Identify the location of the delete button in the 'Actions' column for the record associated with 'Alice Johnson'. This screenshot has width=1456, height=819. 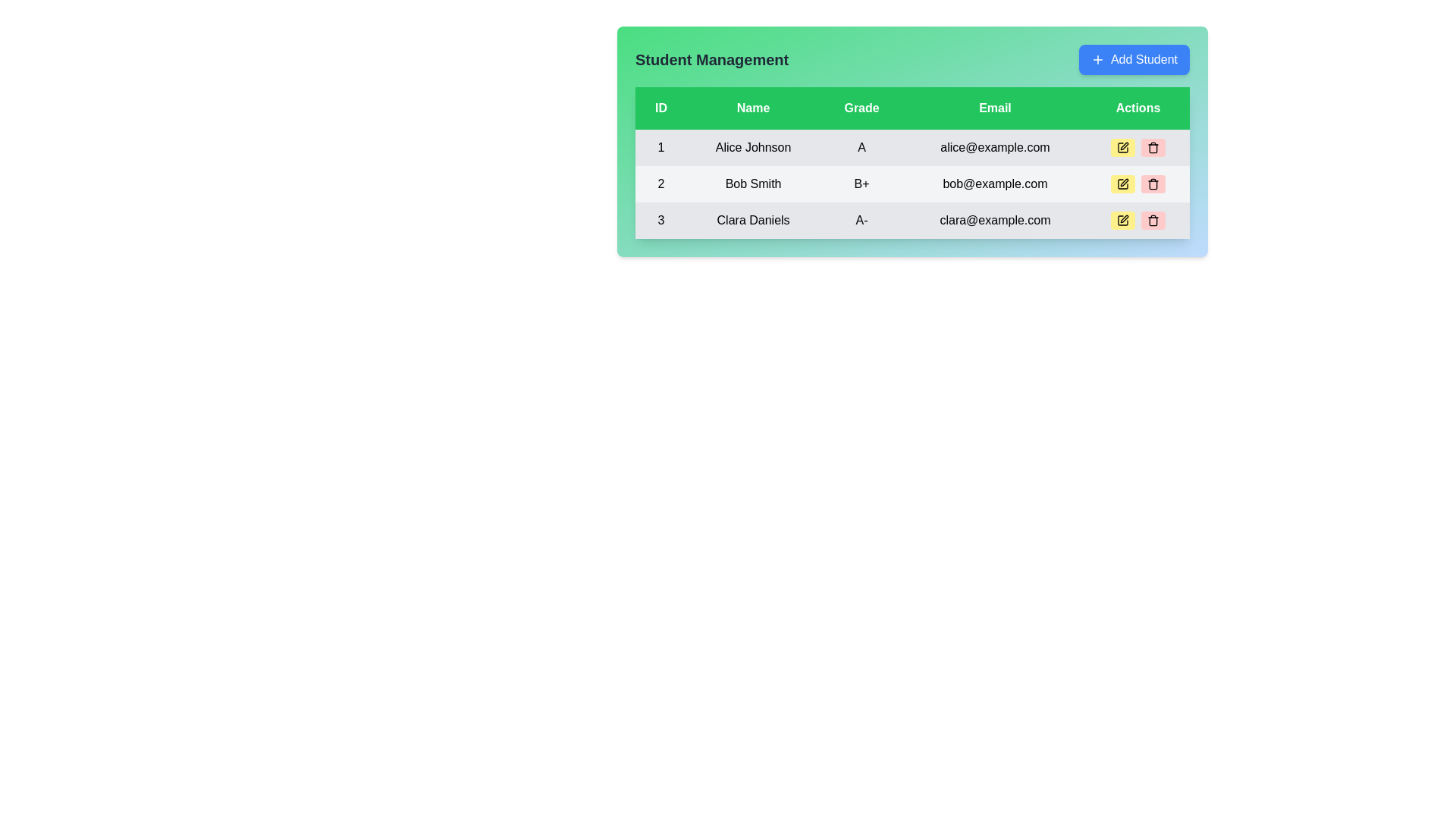
(1153, 148).